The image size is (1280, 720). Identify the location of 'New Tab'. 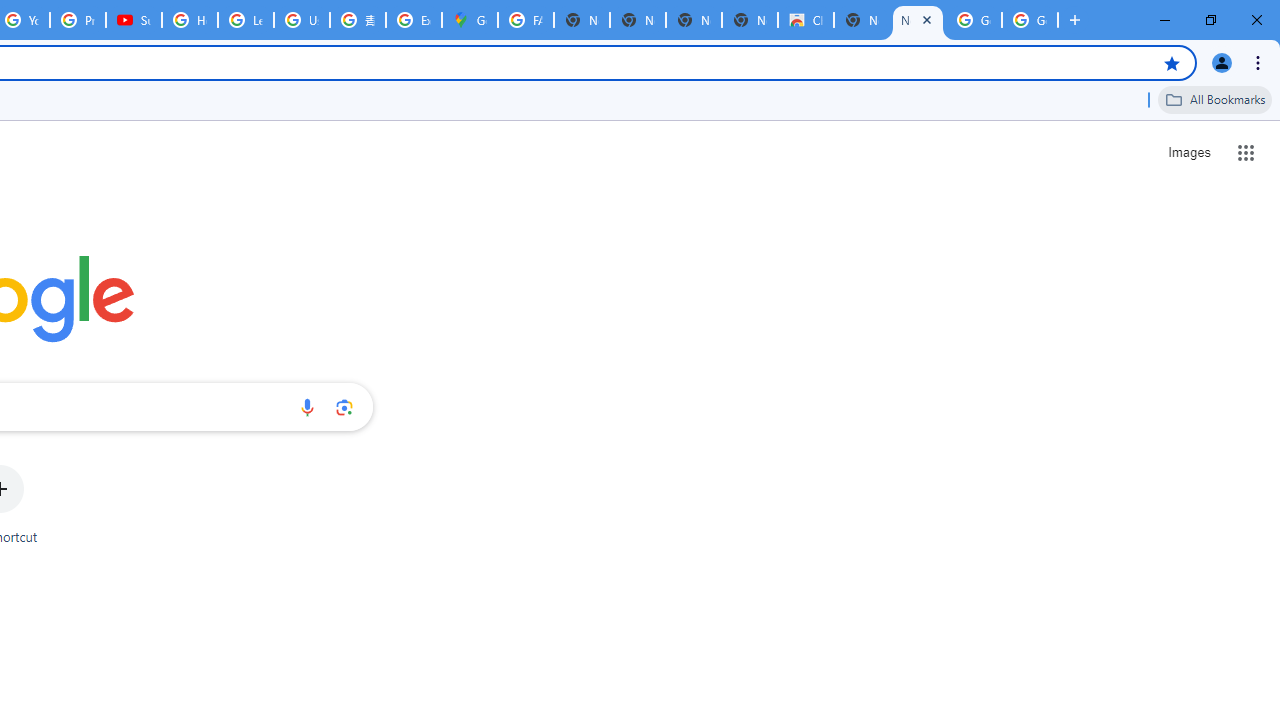
(916, 20).